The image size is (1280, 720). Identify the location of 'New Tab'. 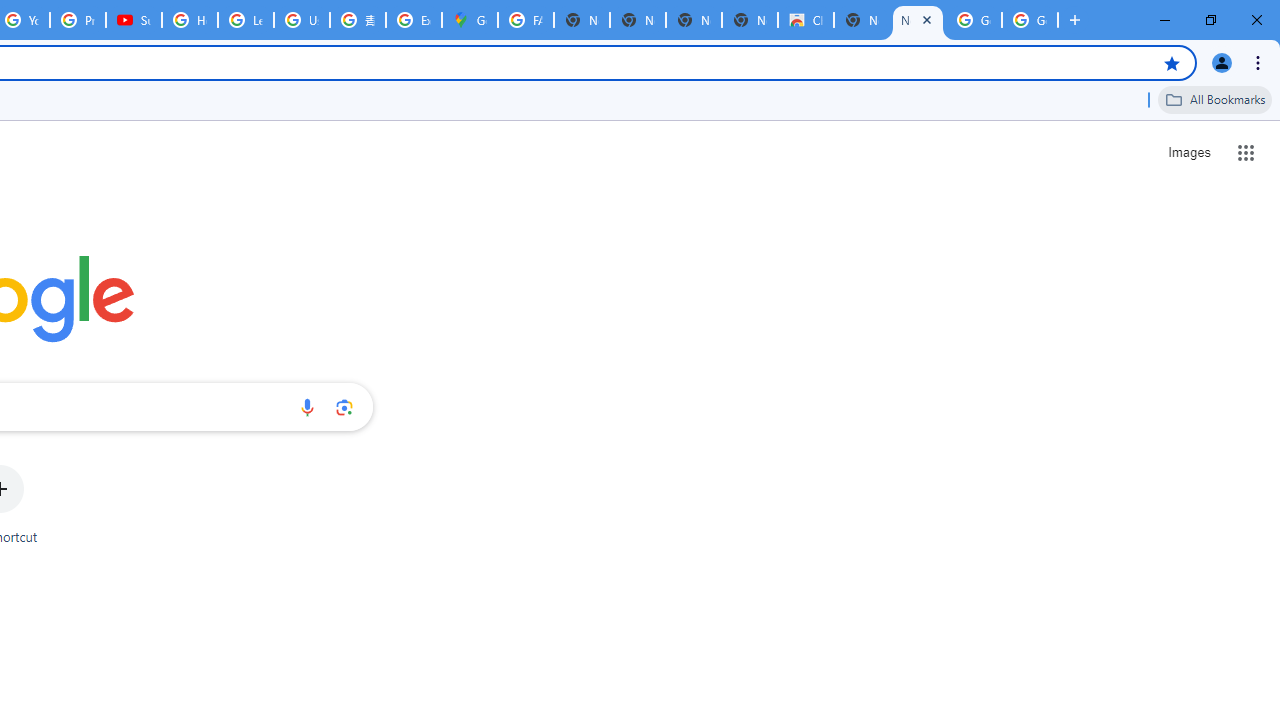
(916, 20).